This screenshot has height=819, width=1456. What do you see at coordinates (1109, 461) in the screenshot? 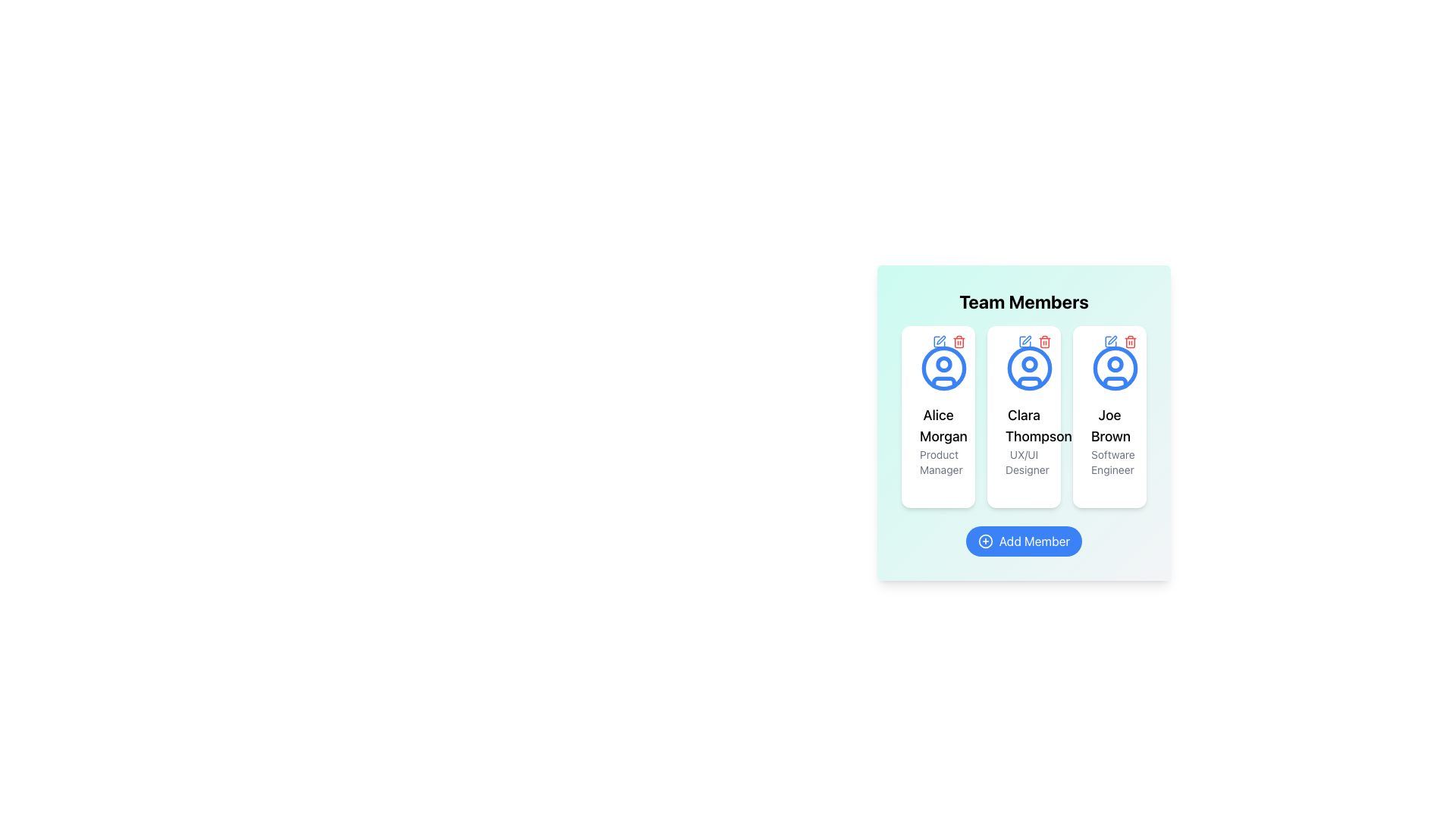
I see `the static text label indicating the role or job title associated with 'Joe Brown', located in the bottom-center section of the card below the text 'Joe Brown'` at bounding box center [1109, 461].